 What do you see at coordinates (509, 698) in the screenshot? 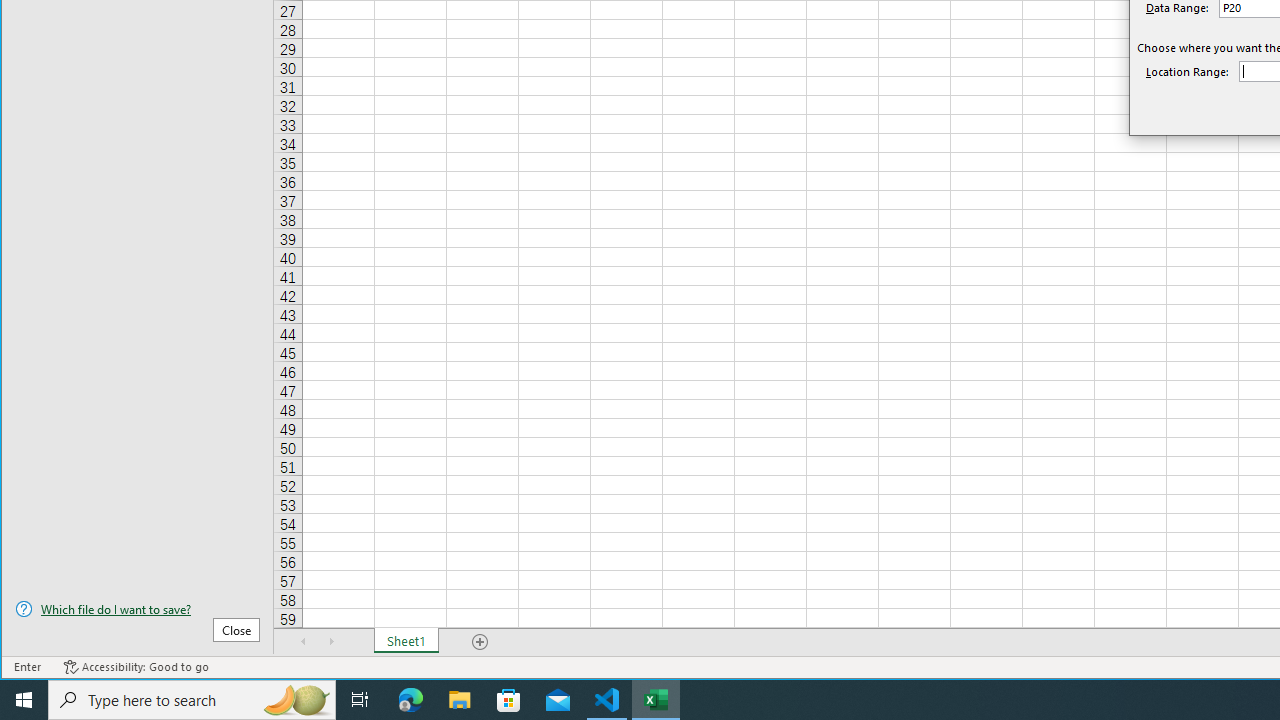
I see `'Microsoft Store'` at bounding box center [509, 698].